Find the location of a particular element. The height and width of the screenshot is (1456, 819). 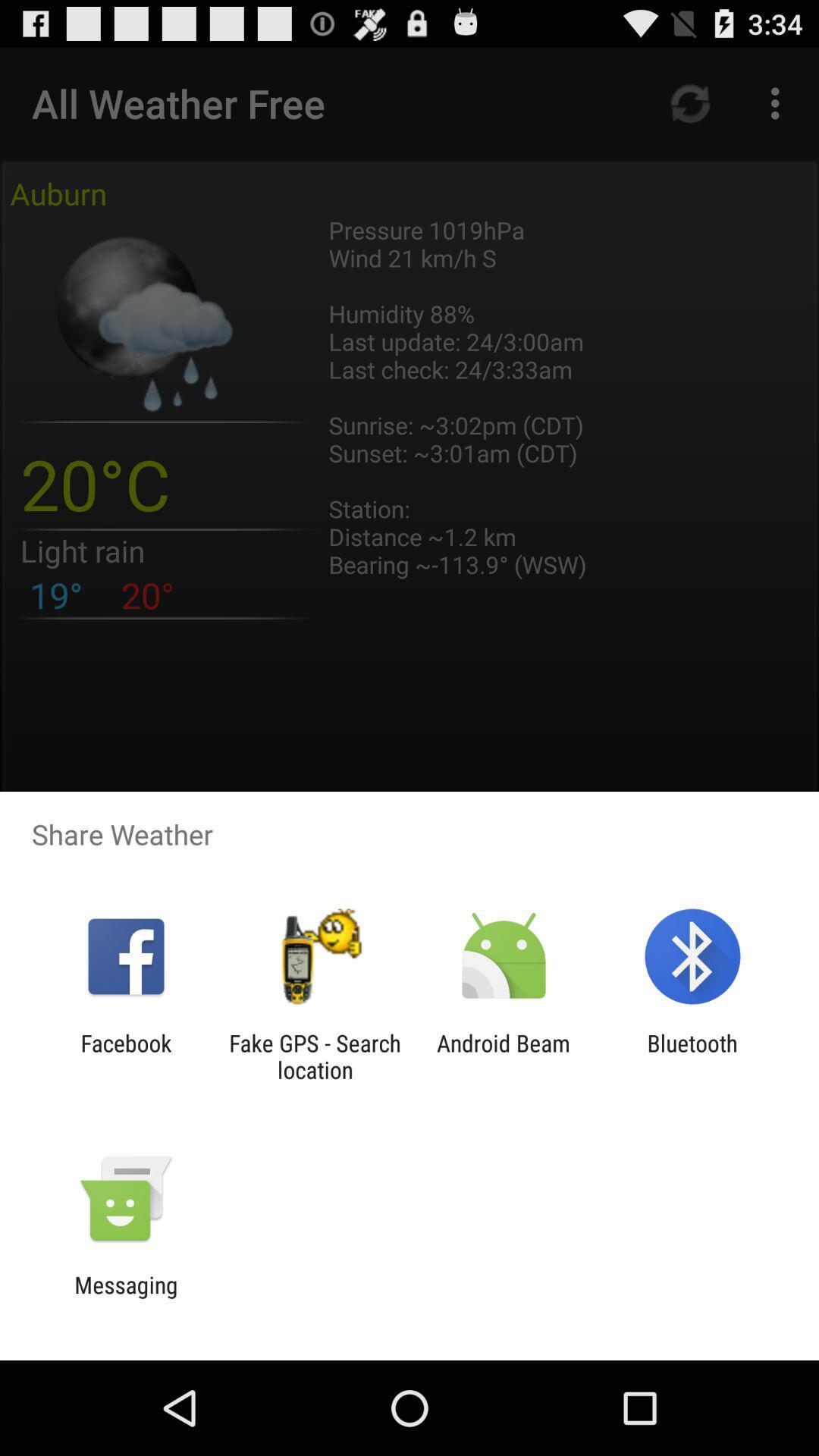

the bluetooth item is located at coordinates (692, 1056).